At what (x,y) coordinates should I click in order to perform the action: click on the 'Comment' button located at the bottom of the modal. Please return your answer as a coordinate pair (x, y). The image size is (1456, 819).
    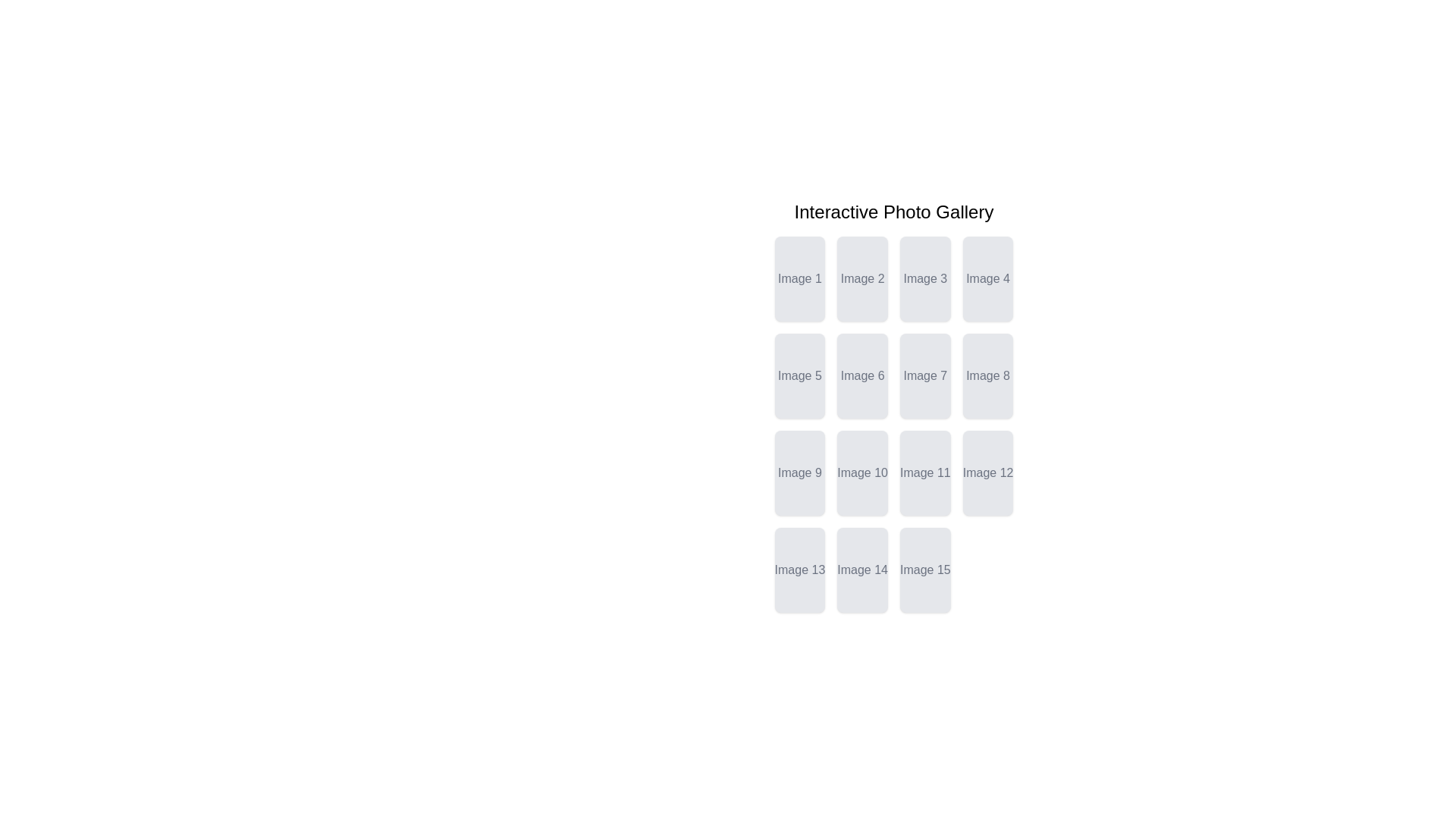
    Looking at the image, I should click on (924, 596).